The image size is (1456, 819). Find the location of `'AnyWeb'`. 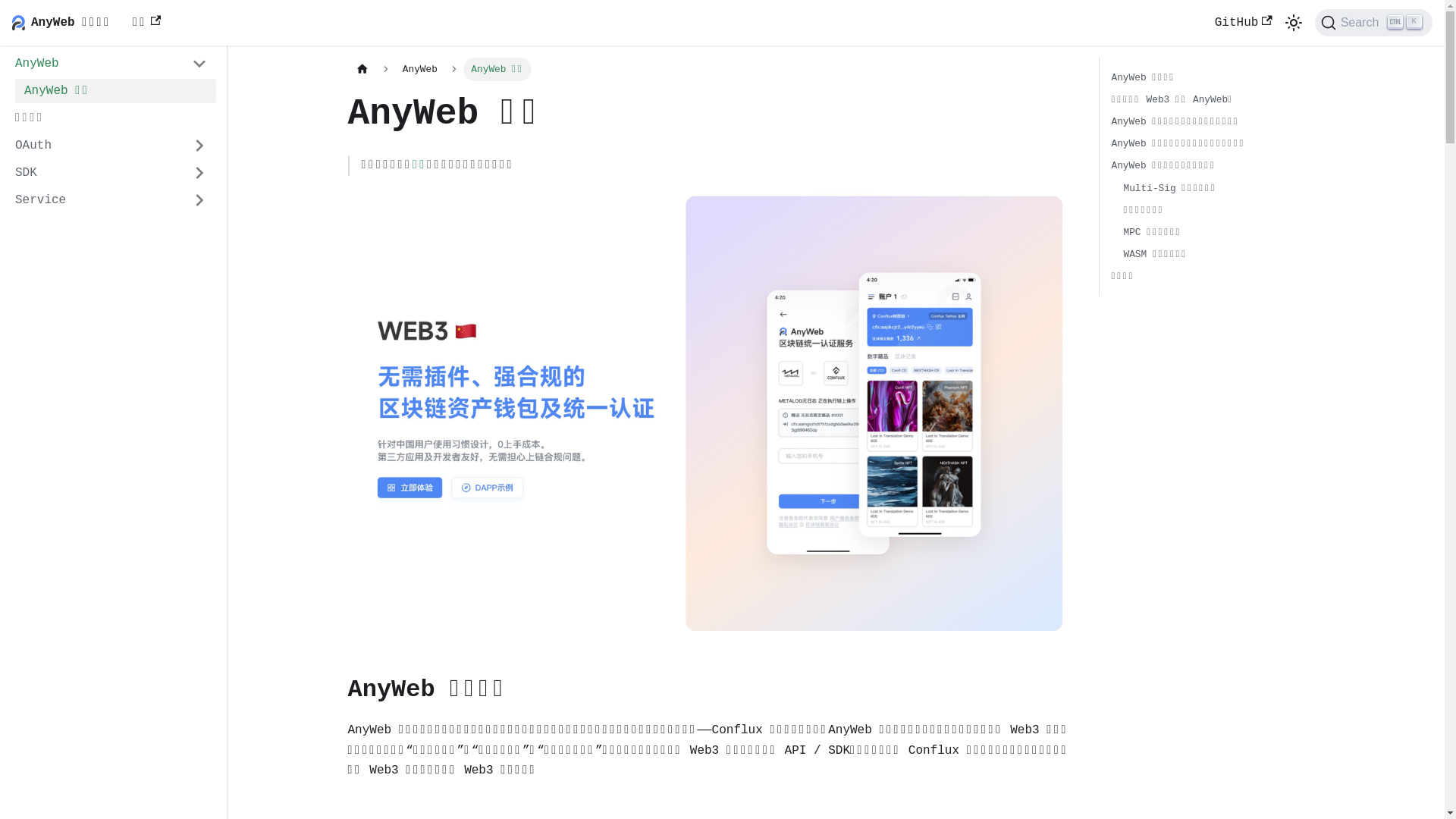

'AnyWeb' is located at coordinates (110, 63).